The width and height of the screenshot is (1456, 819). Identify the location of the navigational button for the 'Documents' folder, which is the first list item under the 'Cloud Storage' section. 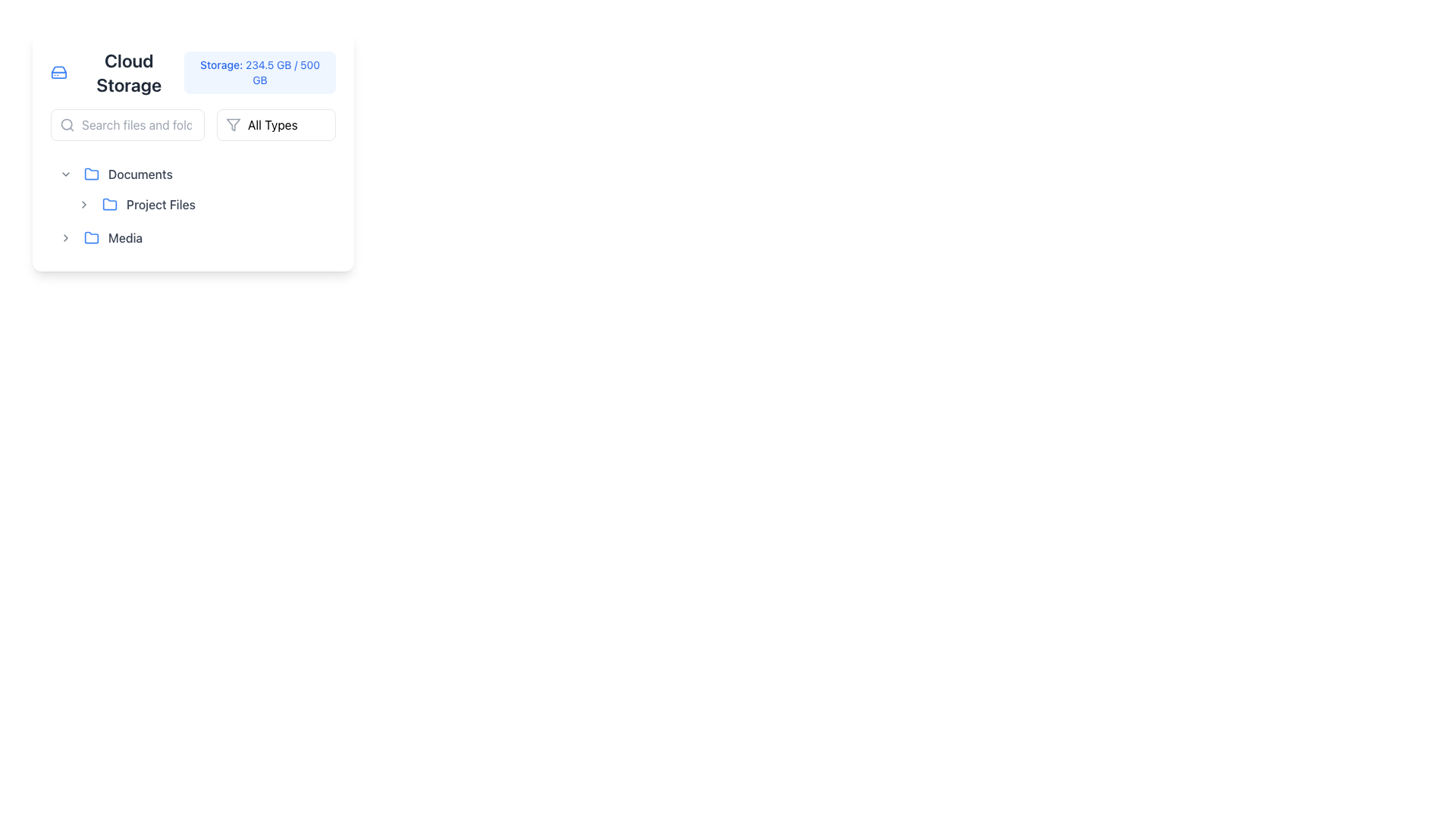
(192, 174).